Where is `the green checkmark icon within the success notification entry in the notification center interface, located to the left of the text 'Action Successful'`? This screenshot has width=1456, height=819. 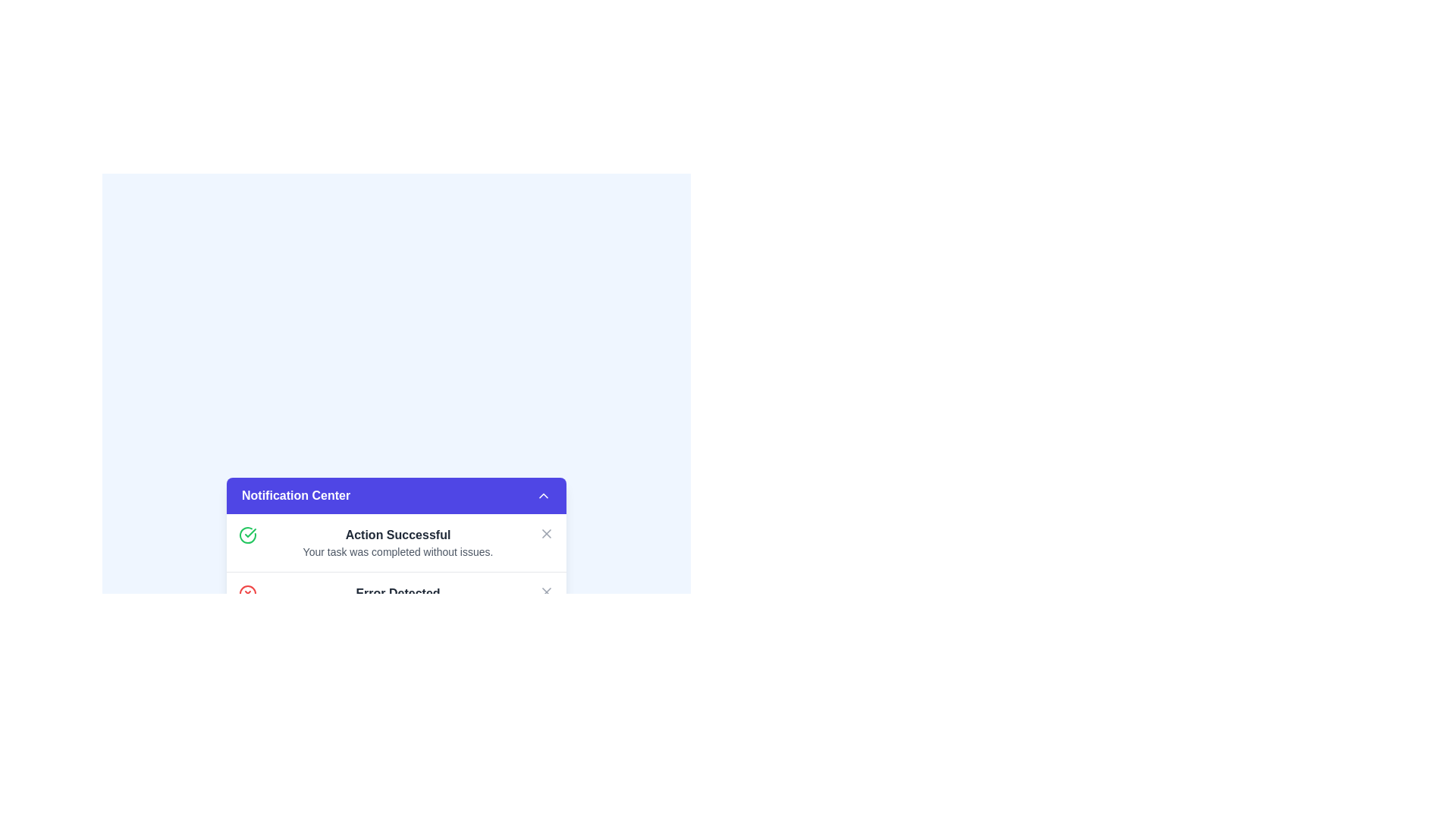 the green checkmark icon within the success notification entry in the notification center interface, located to the left of the text 'Action Successful' is located at coordinates (250, 532).